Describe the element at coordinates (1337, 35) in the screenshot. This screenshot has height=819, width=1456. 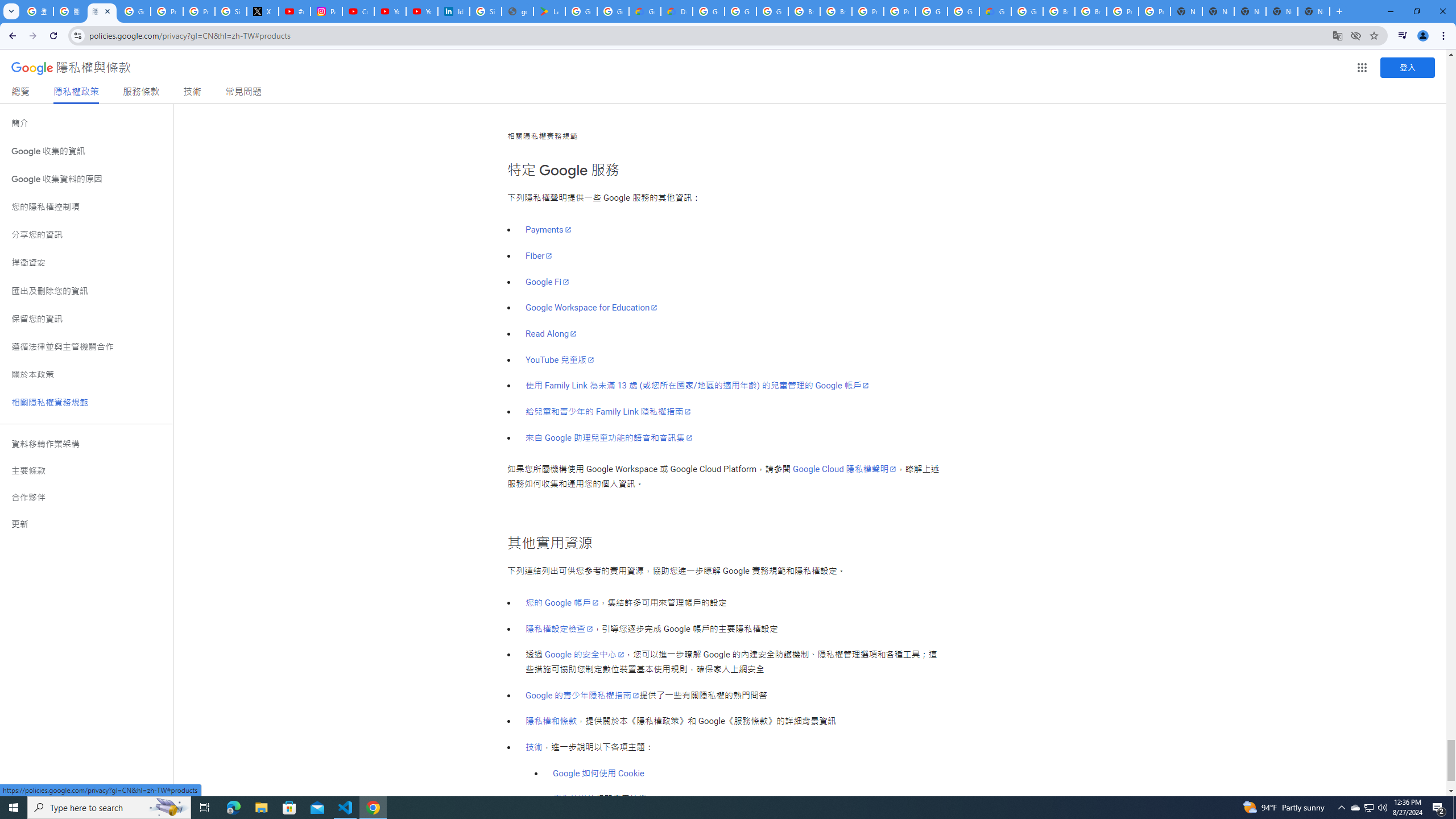
I see `'Translate this page'` at that location.